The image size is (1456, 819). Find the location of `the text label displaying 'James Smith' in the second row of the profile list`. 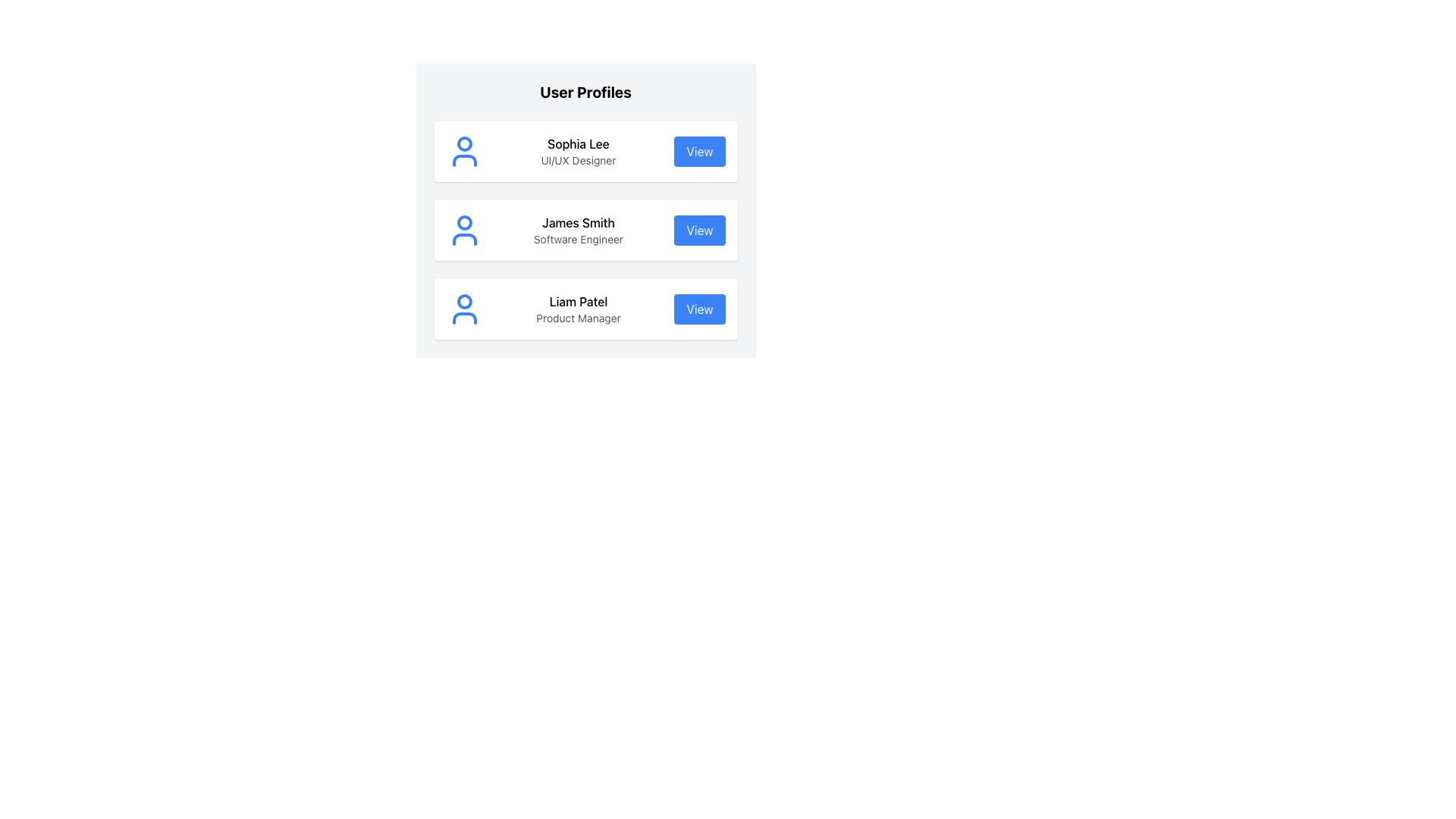

the text label displaying 'James Smith' in the second row of the profile list is located at coordinates (578, 222).